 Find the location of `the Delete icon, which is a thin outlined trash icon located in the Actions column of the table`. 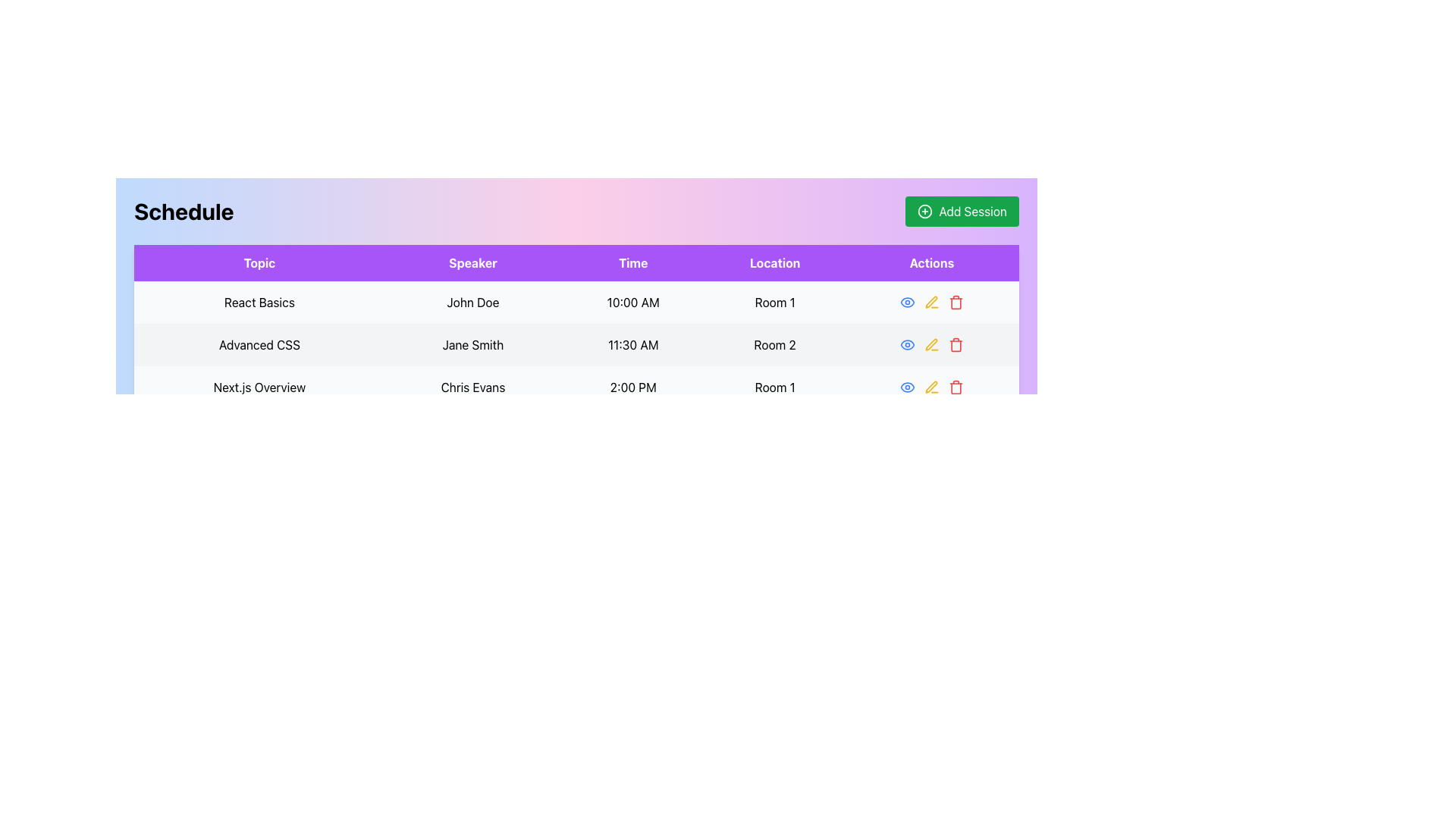

the Delete icon, which is a thin outlined trash icon located in the Actions column of the table is located at coordinates (955, 303).